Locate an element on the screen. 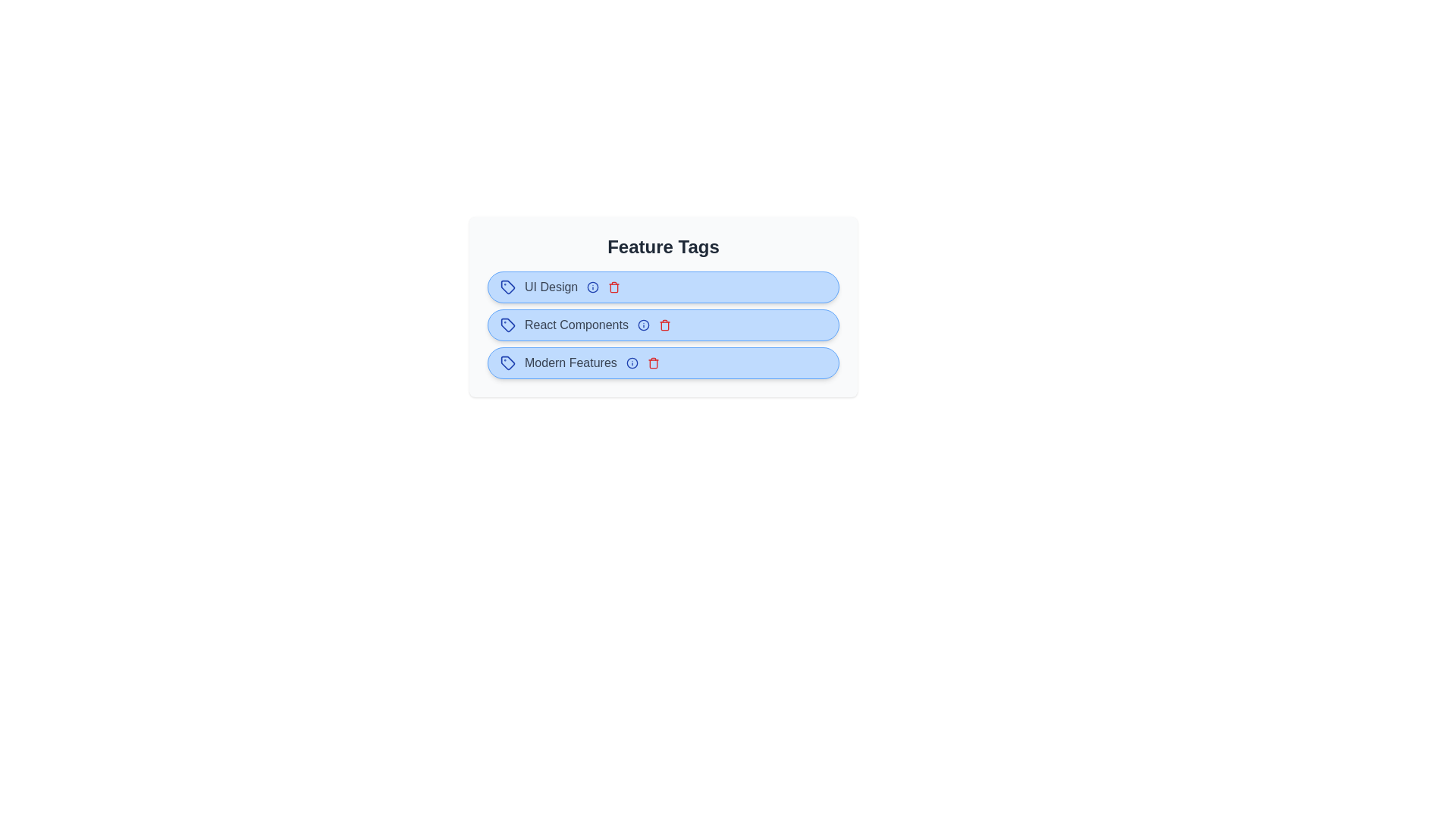 Image resolution: width=1456 pixels, height=819 pixels. the info icon of the tag labeled Modern Features to view its information is located at coordinates (632, 362).